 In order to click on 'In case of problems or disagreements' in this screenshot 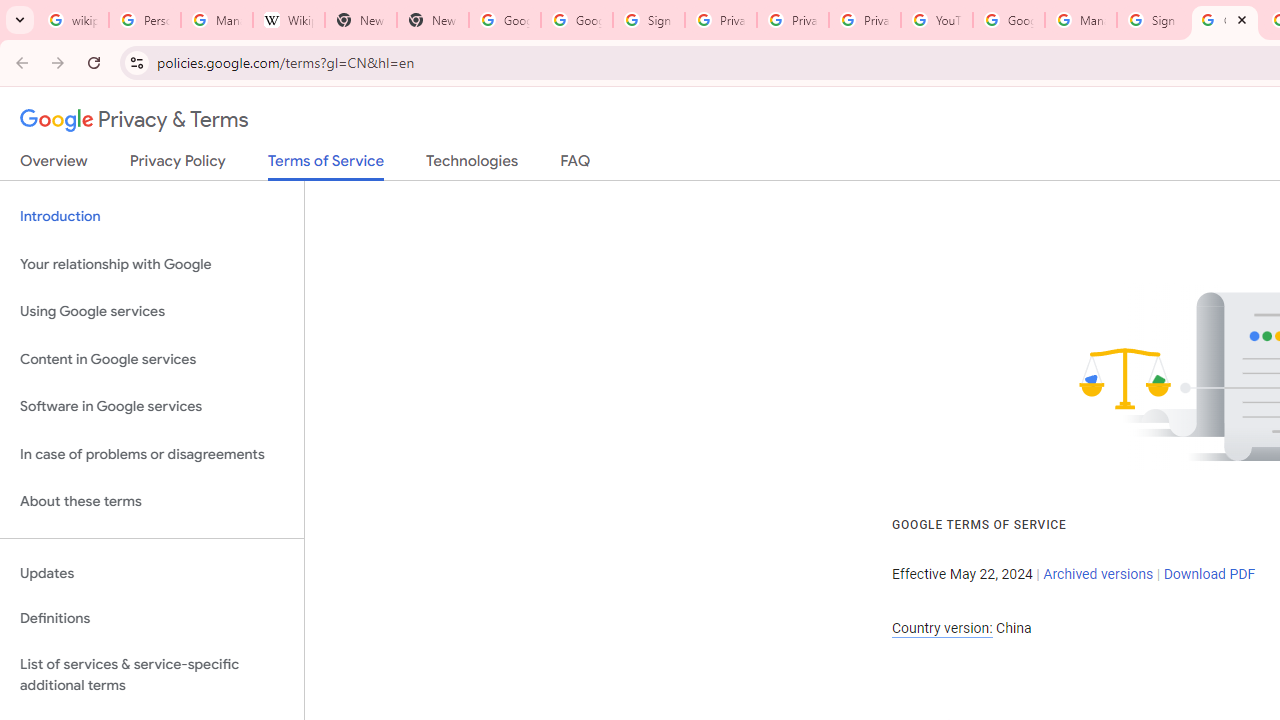, I will do `click(151, 454)`.